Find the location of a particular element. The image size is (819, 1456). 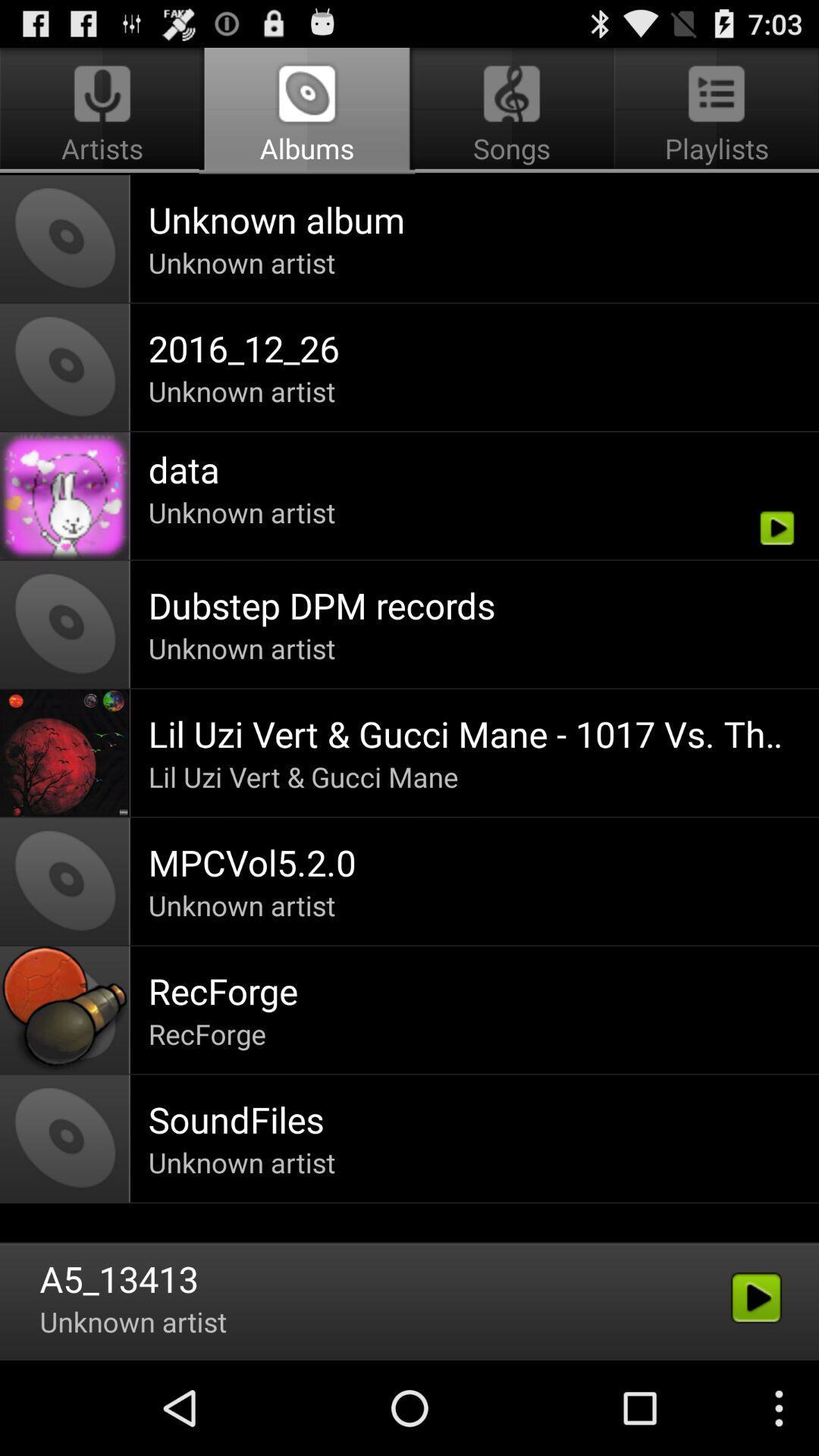

the icon to the right of artists icon is located at coordinates (512, 111).